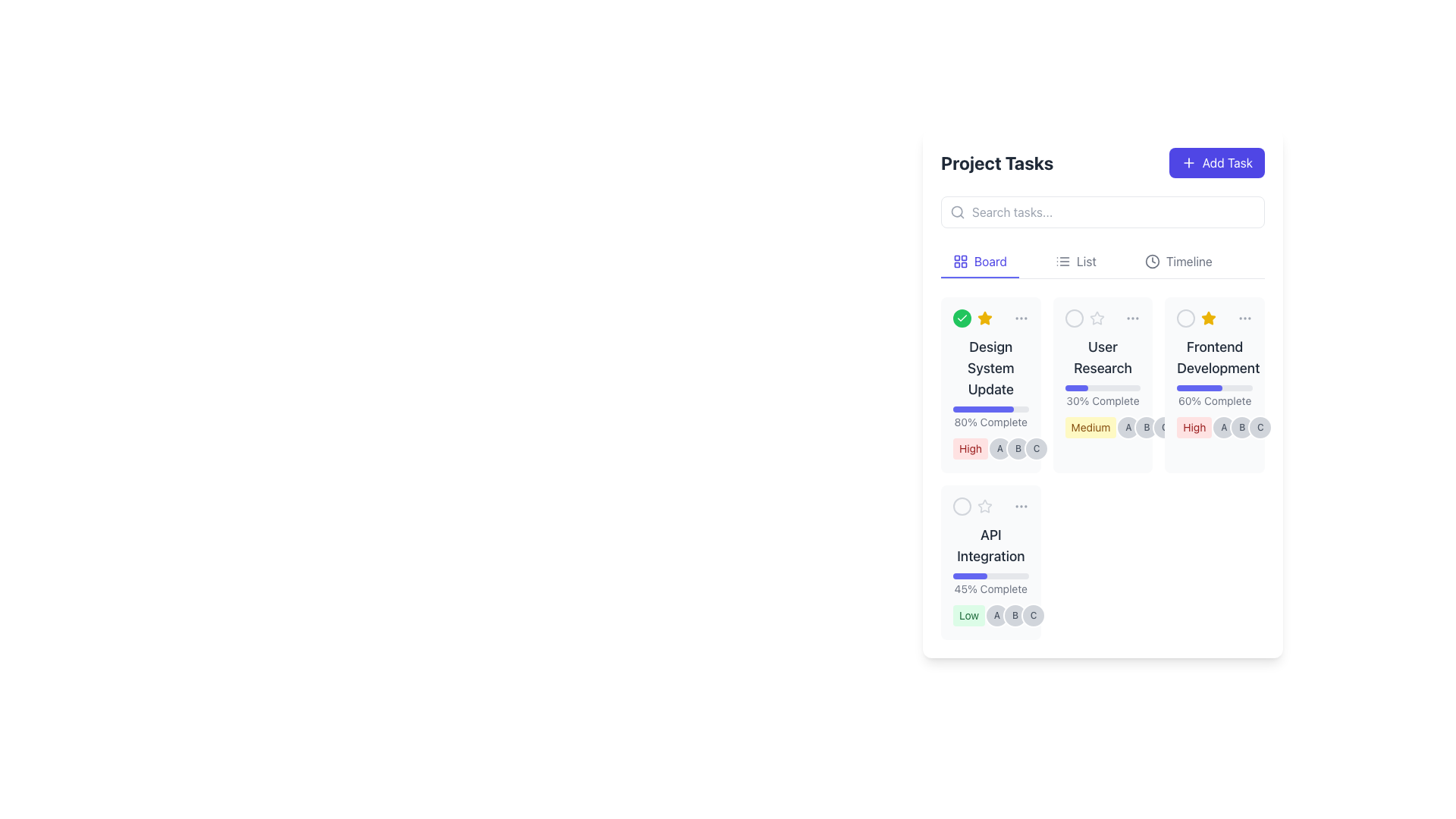 The height and width of the screenshot is (819, 1456). Describe the element at coordinates (969, 576) in the screenshot. I see `the purple progress bar segment representing 45% progress for the task titled 'API Integration'` at that location.